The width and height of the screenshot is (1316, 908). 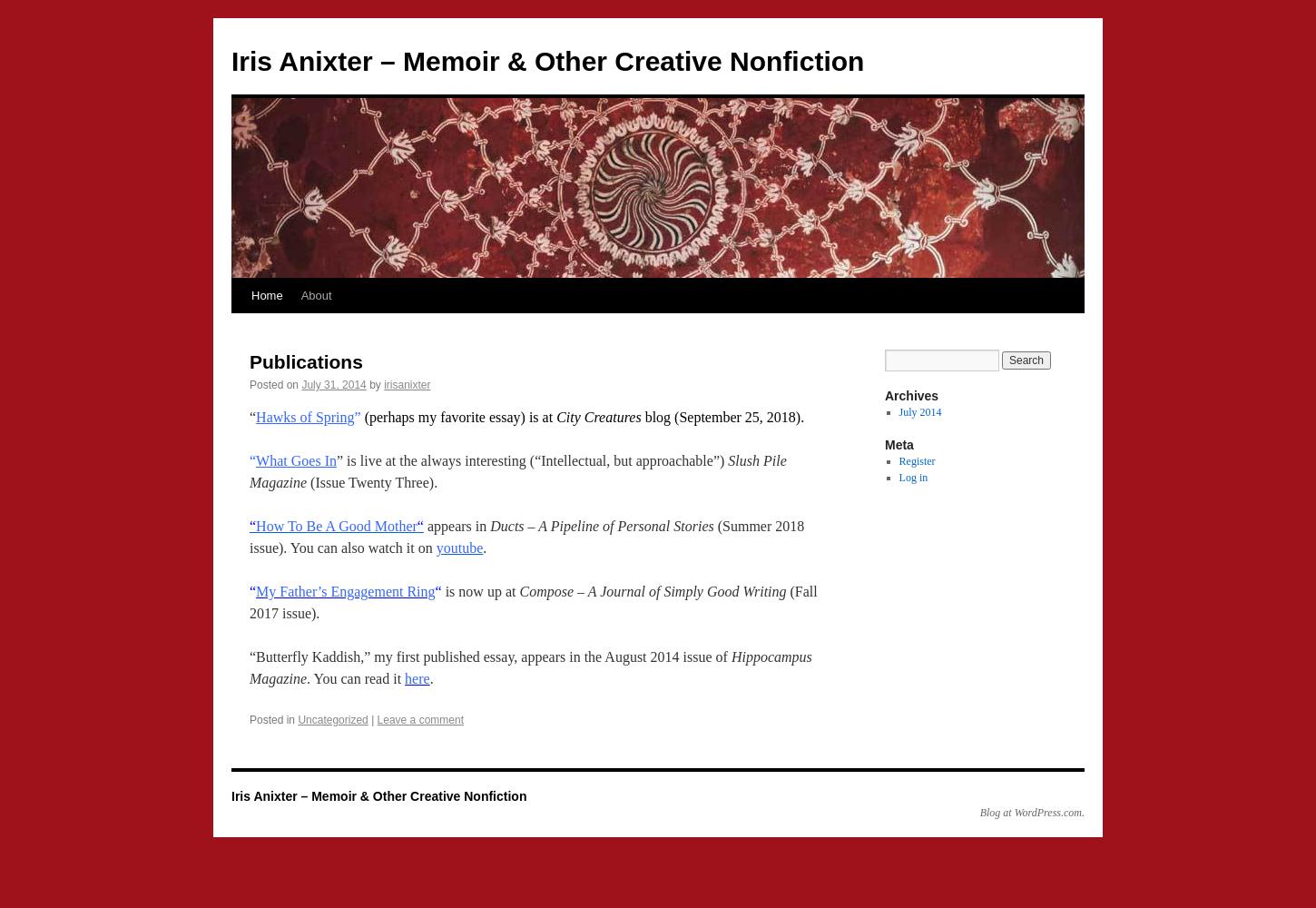 I want to click on 'Blog at WordPress.com.', so click(x=1030, y=813).